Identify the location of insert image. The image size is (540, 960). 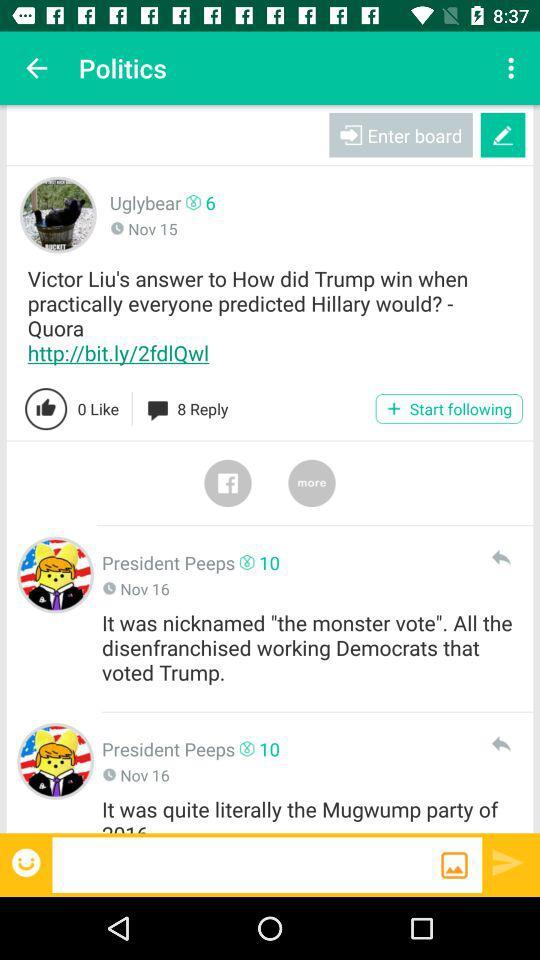
(454, 864).